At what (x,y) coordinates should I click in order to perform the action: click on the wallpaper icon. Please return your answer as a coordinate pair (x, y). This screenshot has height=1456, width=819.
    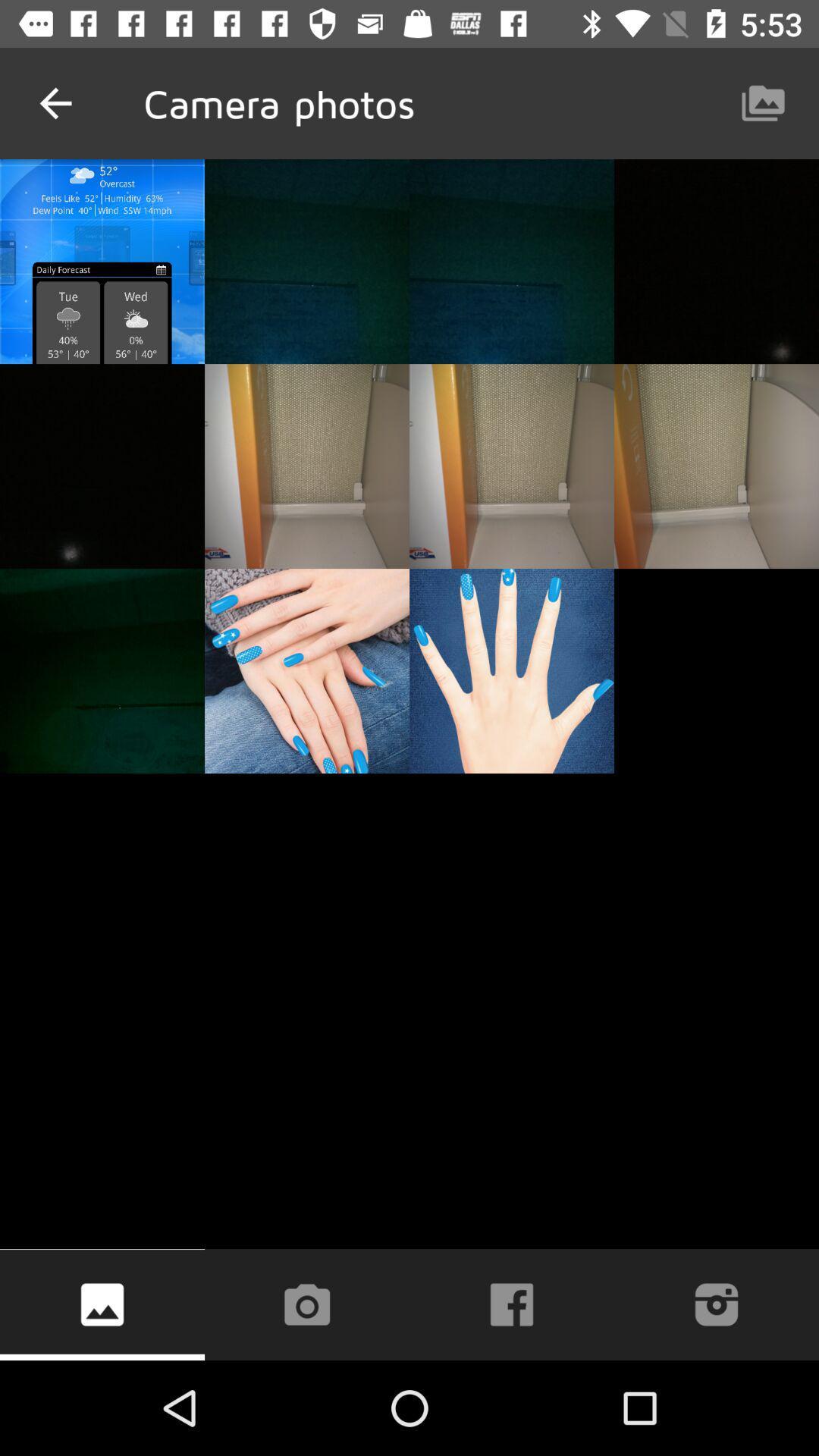
    Looking at the image, I should click on (102, 1304).